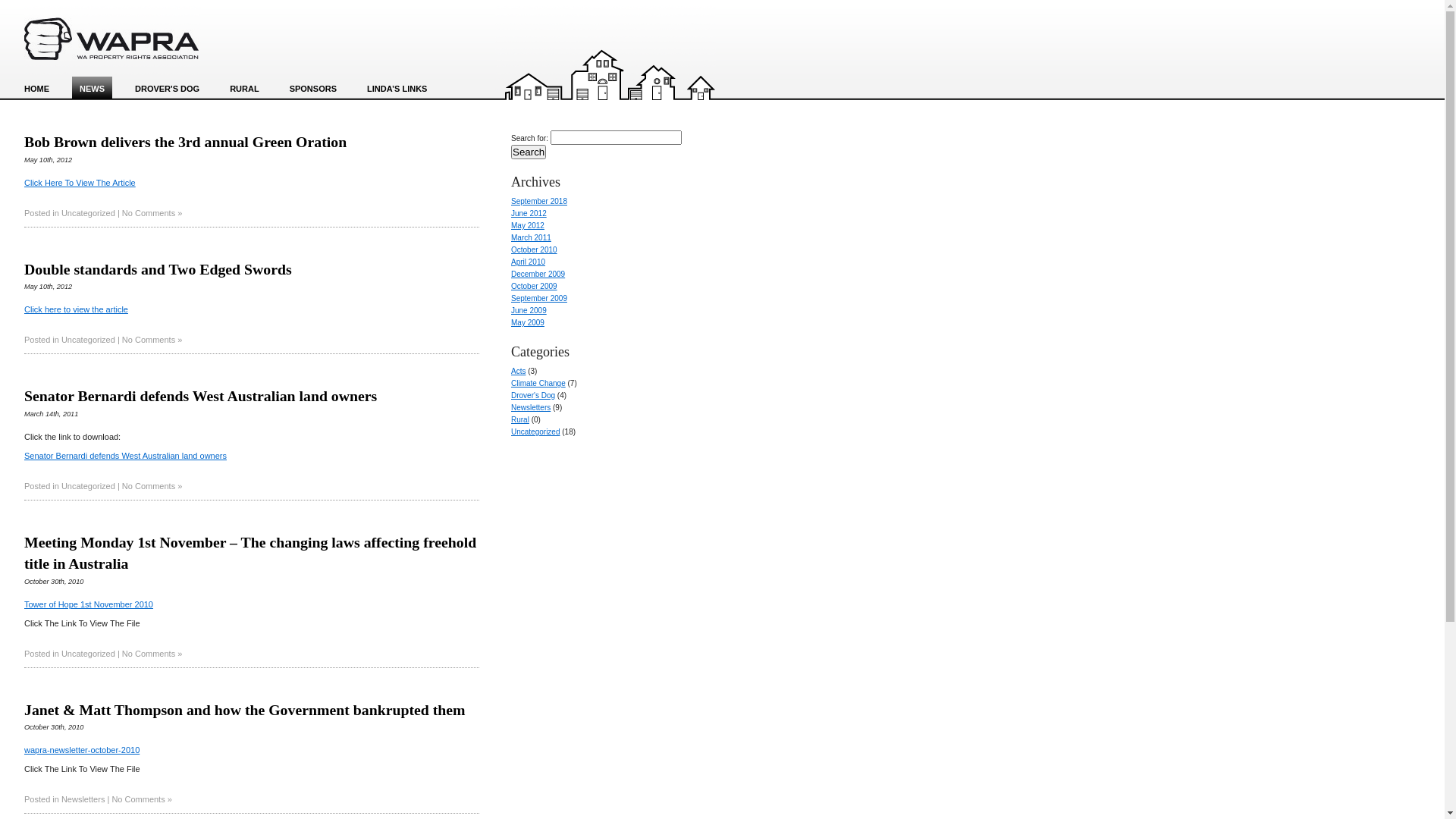  What do you see at coordinates (75, 309) in the screenshot?
I see `'Click here to view the article'` at bounding box center [75, 309].